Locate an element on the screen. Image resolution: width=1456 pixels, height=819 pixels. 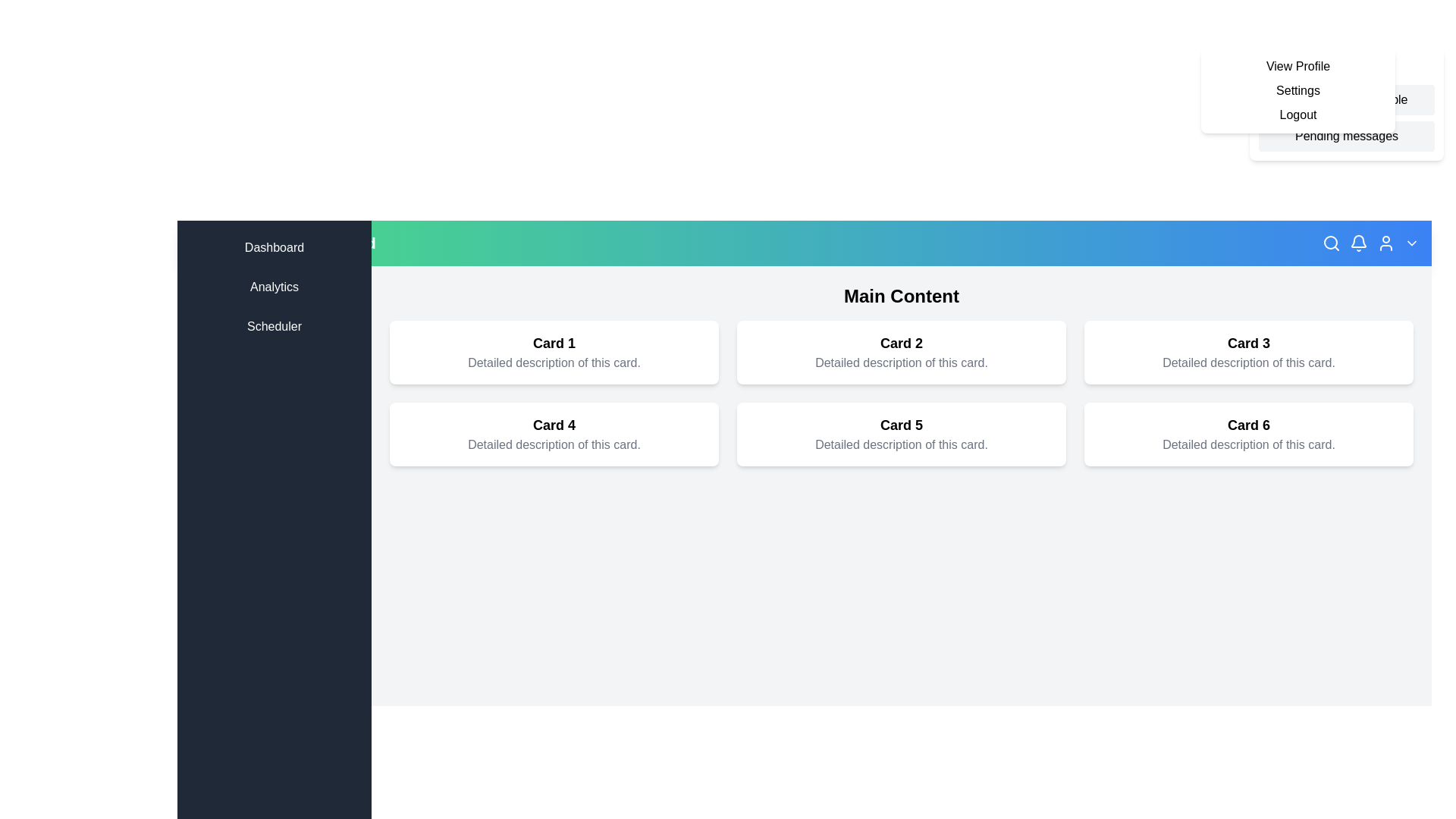
text label 'Card 1' which is a bold heading displayed in a larger font size, centrally aligned within the first card of a grid layout is located at coordinates (553, 343).